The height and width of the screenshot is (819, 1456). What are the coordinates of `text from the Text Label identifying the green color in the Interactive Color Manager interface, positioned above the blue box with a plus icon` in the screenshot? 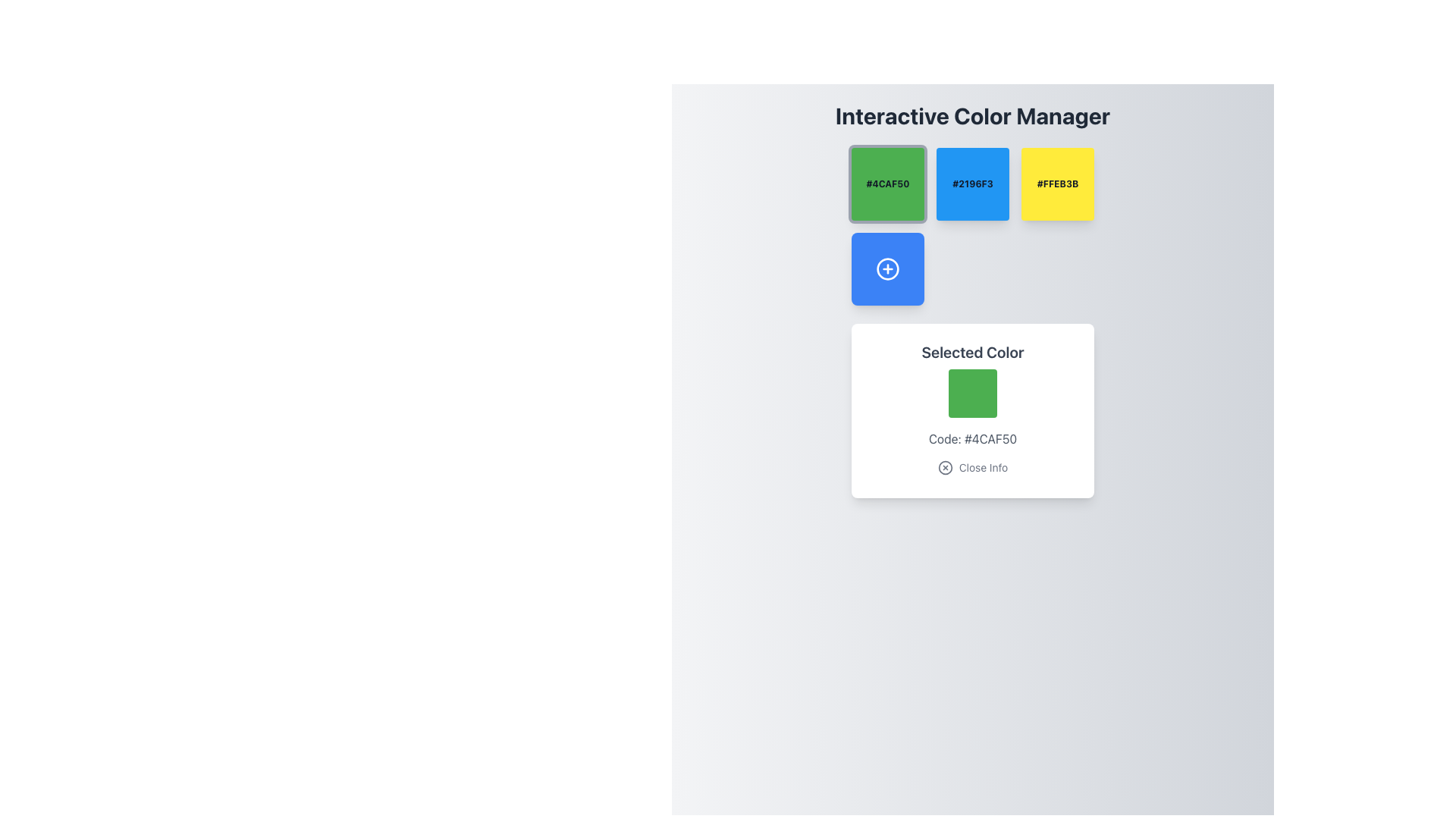 It's located at (888, 184).